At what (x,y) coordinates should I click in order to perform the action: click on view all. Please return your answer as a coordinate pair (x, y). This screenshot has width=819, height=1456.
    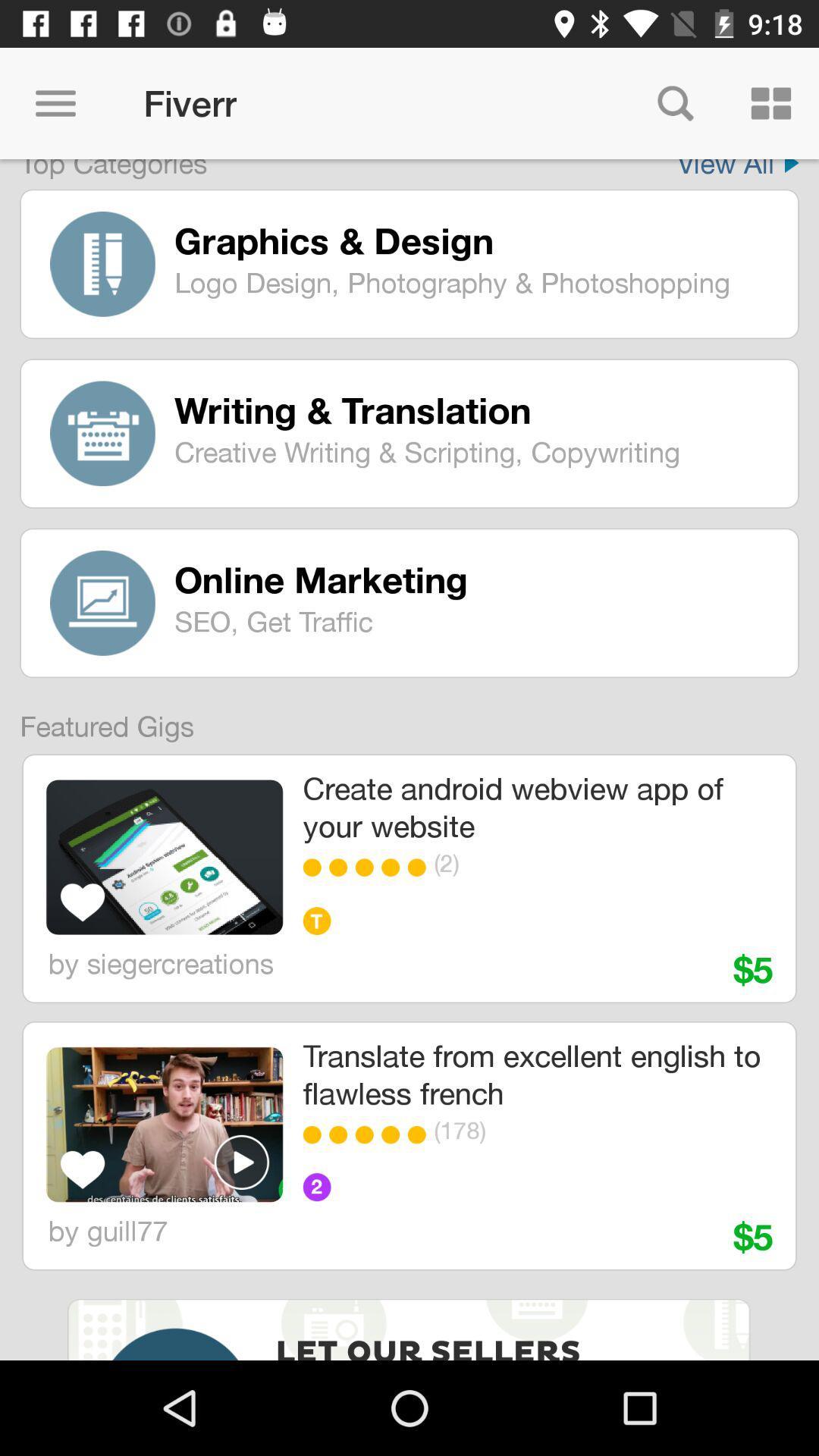
    Looking at the image, I should click on (737, 169).